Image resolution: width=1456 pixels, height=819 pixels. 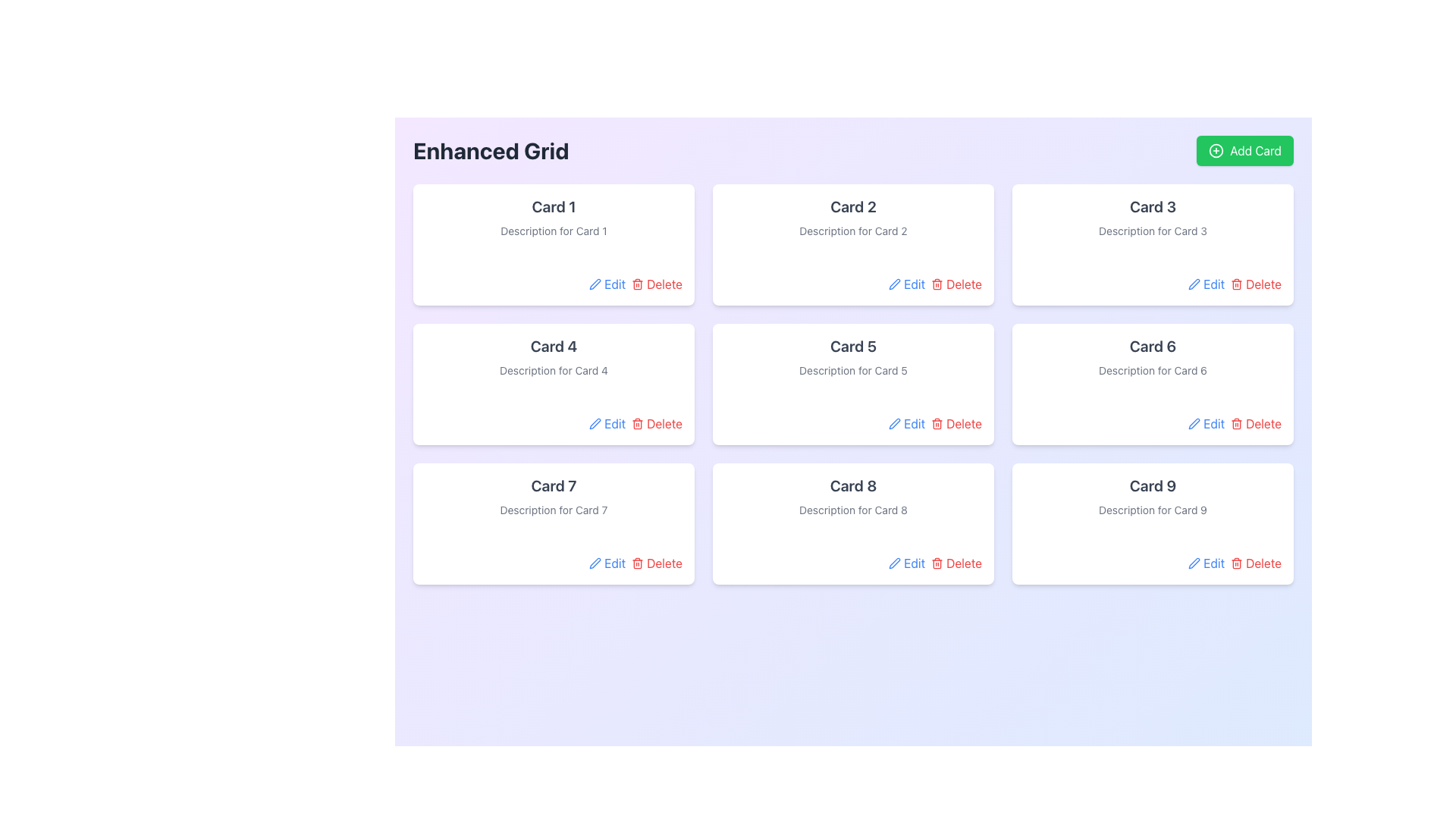 I want to click on the blue 'Edit' button with a pen icon located in the control section of 'Card 4', so click(x=607, y=424).